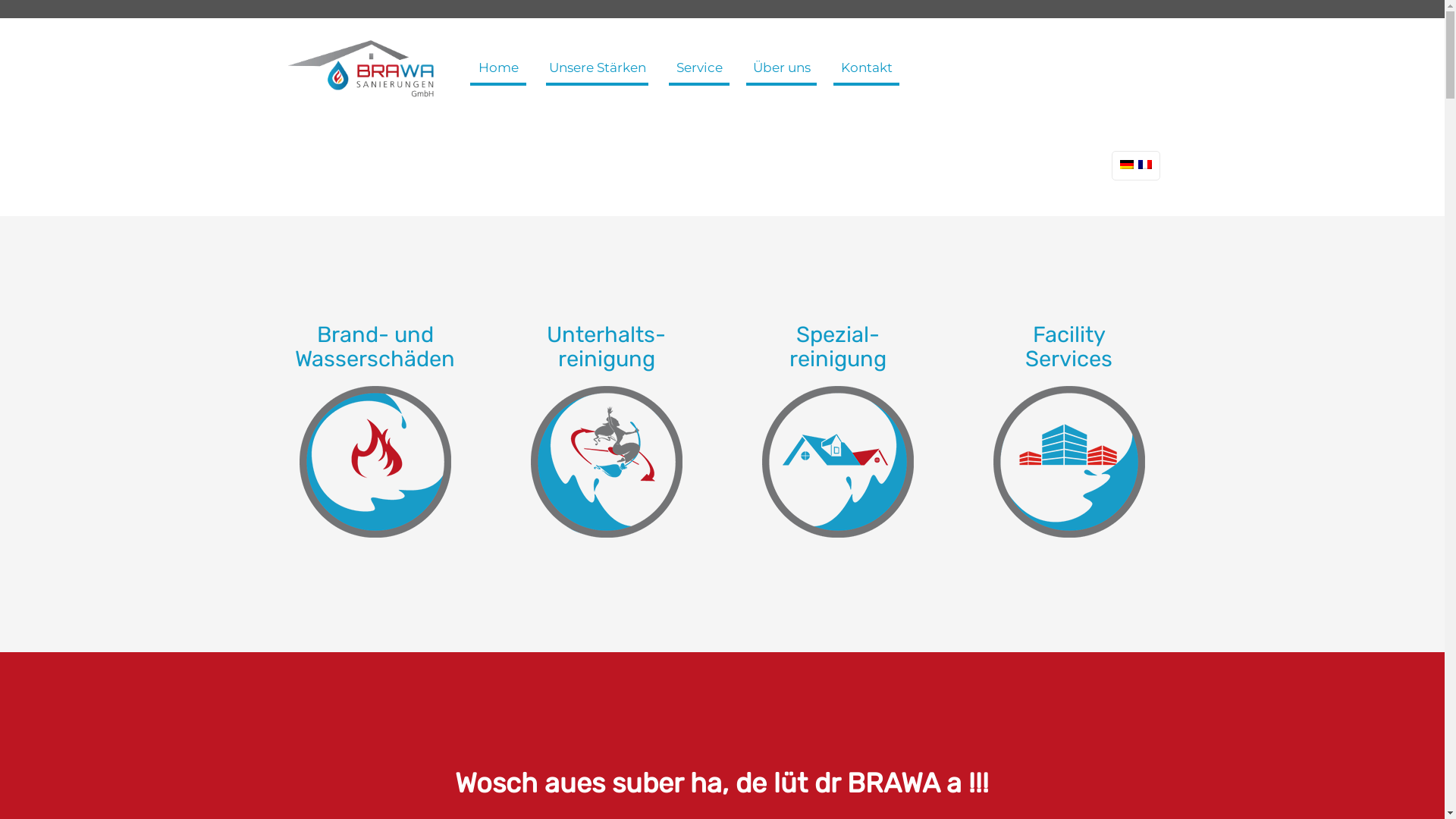 This screenshot has width=1456, height=819. I want to click on 'Home', so click(498, 66).